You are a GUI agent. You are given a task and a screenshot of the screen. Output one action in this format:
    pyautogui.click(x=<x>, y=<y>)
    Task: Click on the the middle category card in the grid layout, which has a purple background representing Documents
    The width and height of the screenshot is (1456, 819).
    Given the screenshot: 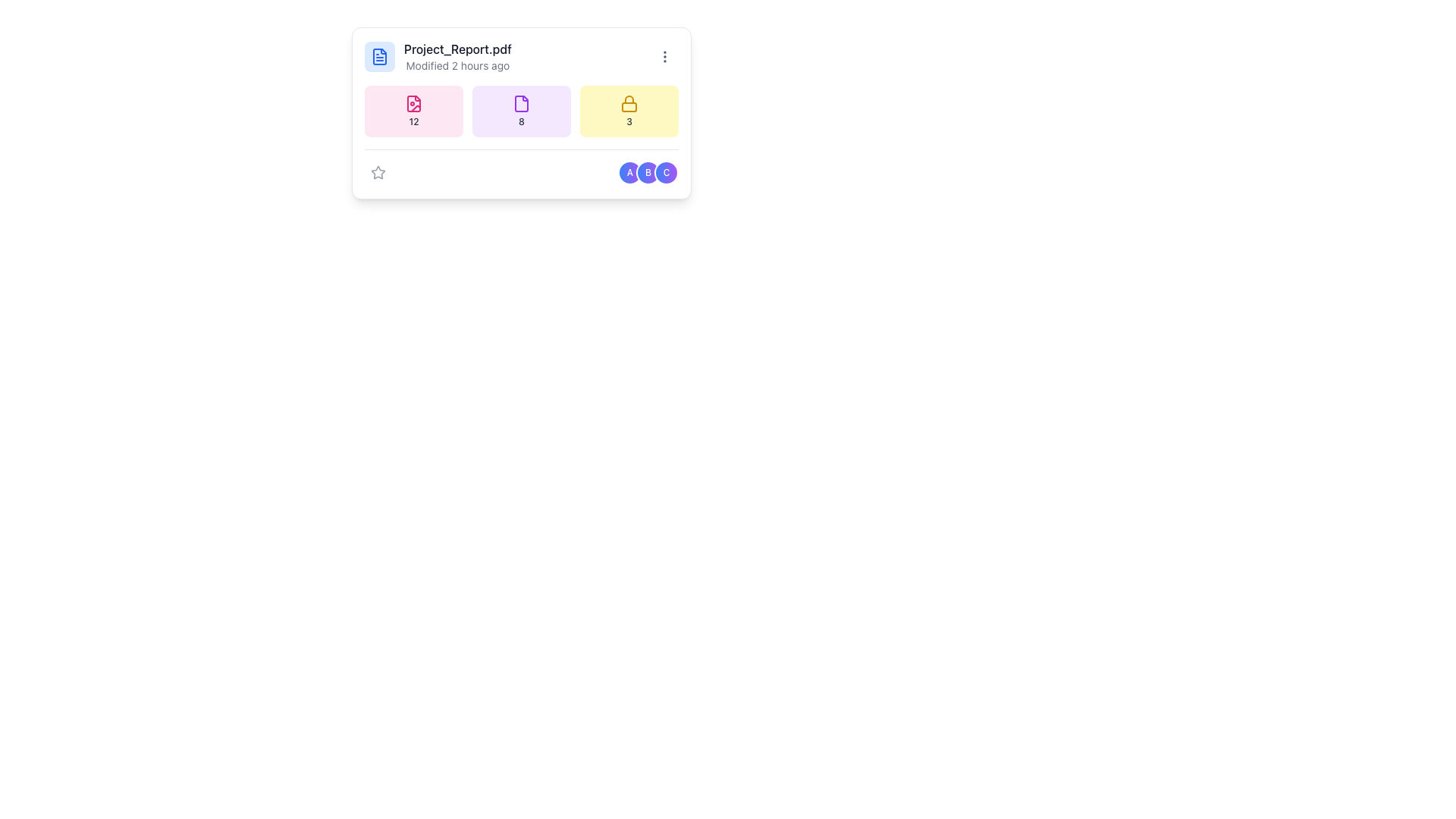 What is the action you would take?
    pyautogui.click(x=521, y=110)
    